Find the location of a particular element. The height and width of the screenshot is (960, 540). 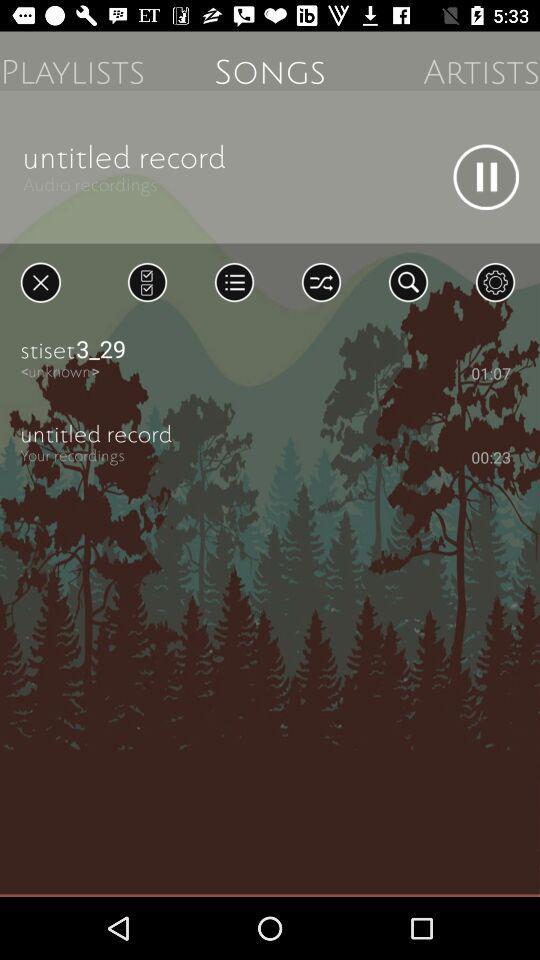

shuffle is located at coordinates (321, 281).